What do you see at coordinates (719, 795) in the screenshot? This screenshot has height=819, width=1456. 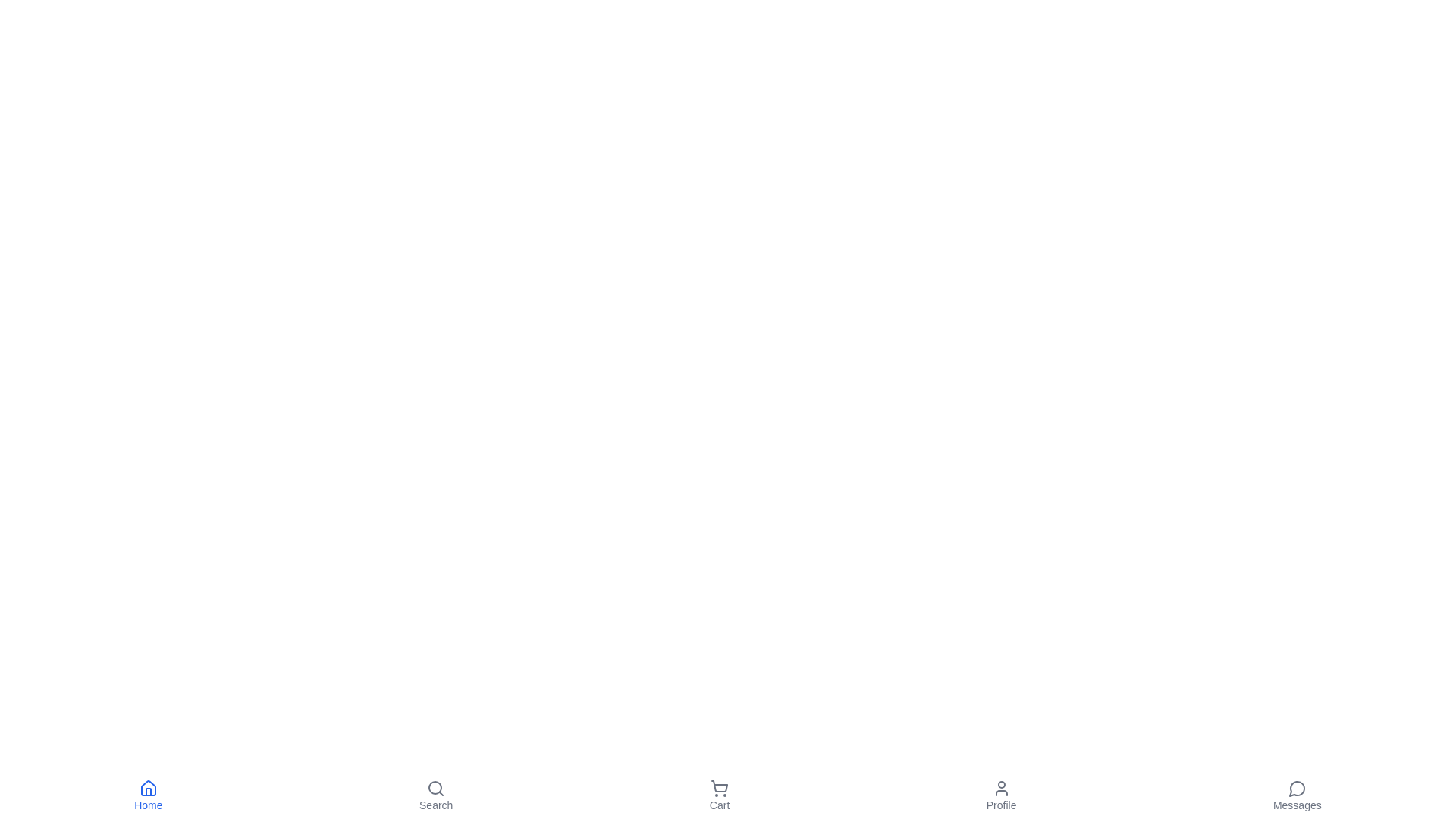 I see `the 'Cart' button in the bottom navigation bar` at bounding box center [719, 795].